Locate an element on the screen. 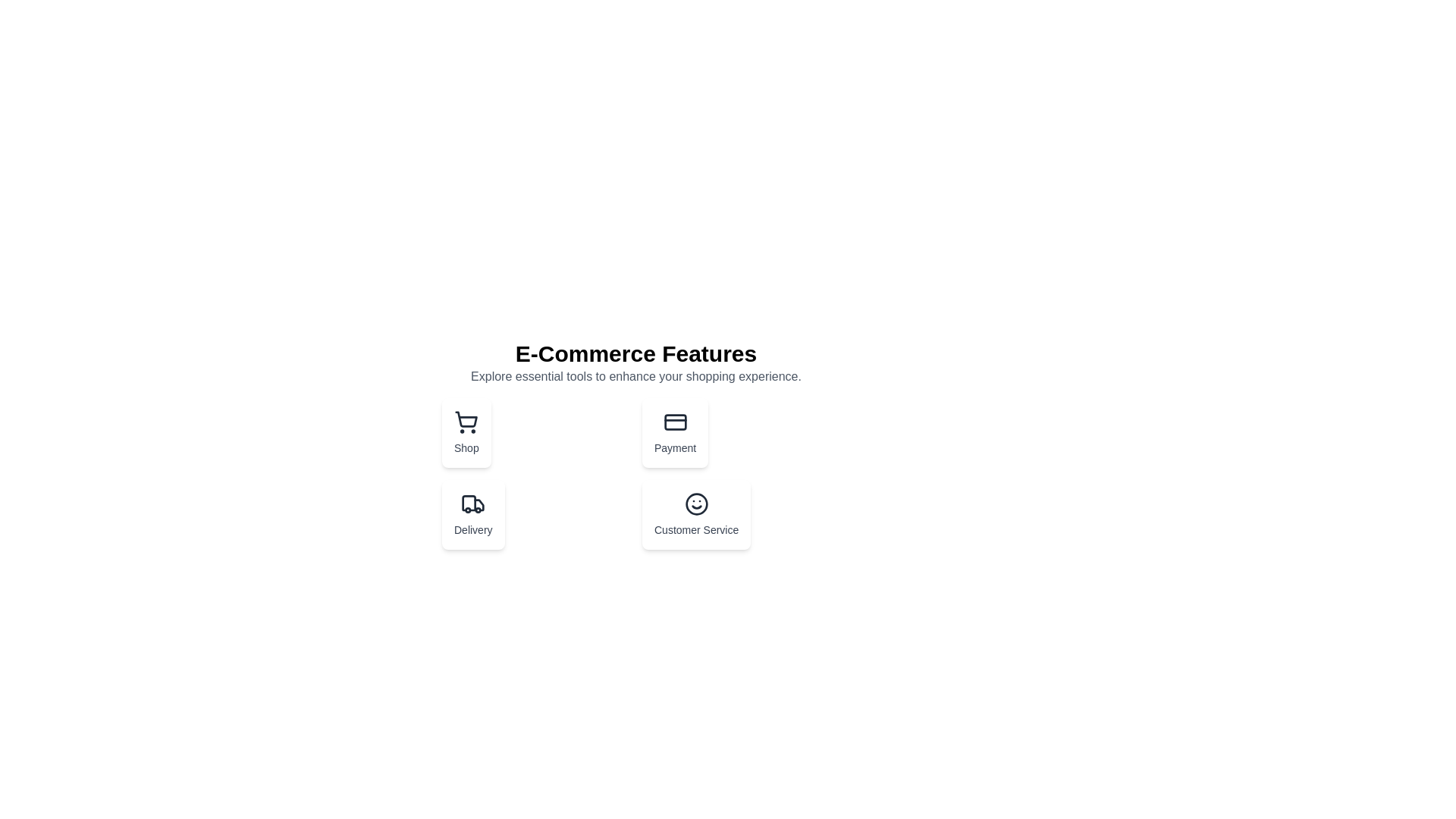 This screenshot has width=1456, height=819. the clickable card located in the bottom-right corner of the e-commerce feature card grid is located at coordinates (695, 513).